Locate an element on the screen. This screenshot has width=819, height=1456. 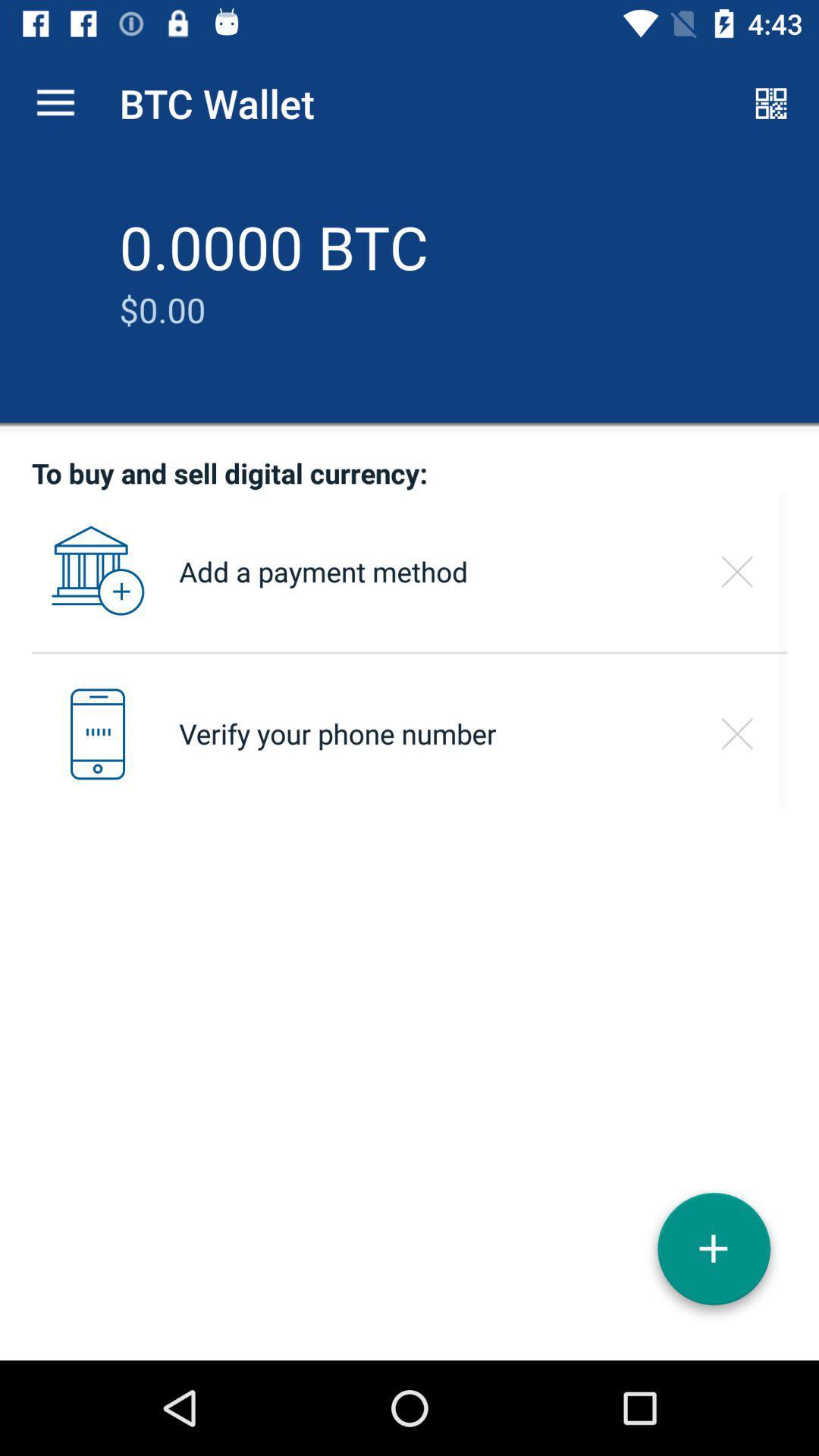
to btc wallet is located at coordinates (714, 1254).